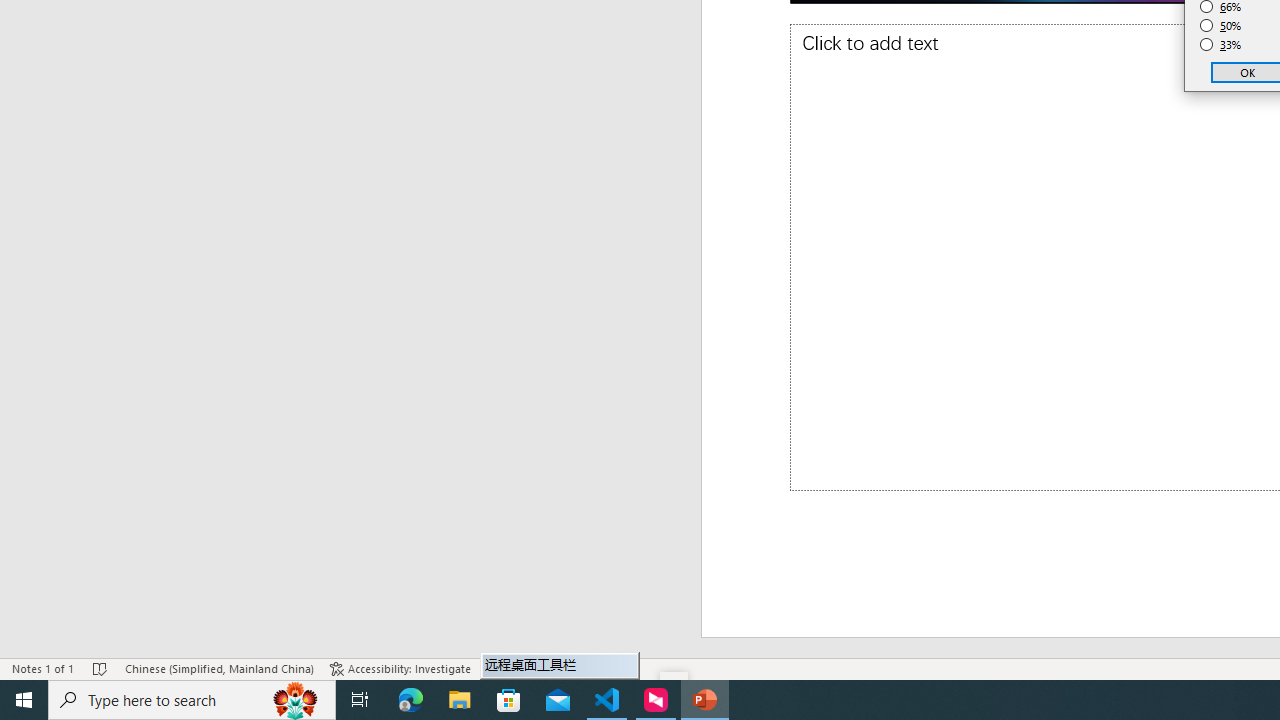 Image resolution: width=1280 pixels, height=720 pixels. I want to click on '33%', so click(1220, 45).